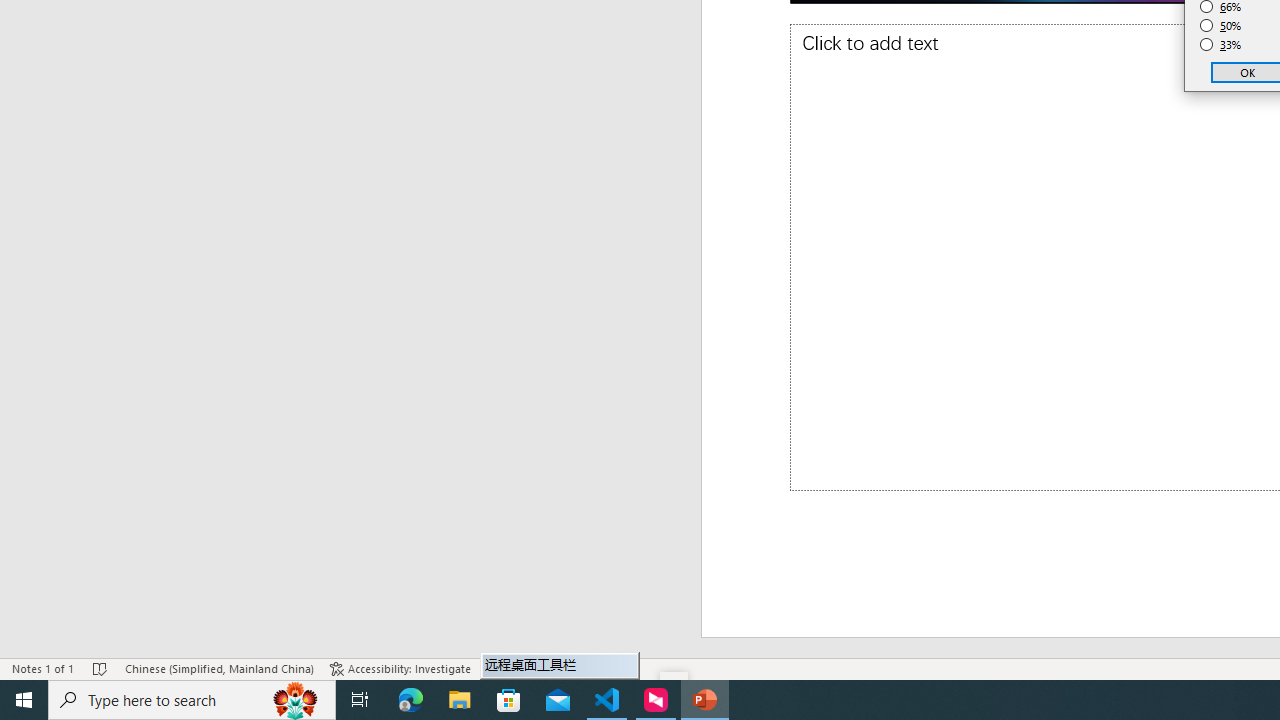 Image resolution: width=1280 pixels, height=720 pixels. I want to click on '33%', so click(1220, 45).